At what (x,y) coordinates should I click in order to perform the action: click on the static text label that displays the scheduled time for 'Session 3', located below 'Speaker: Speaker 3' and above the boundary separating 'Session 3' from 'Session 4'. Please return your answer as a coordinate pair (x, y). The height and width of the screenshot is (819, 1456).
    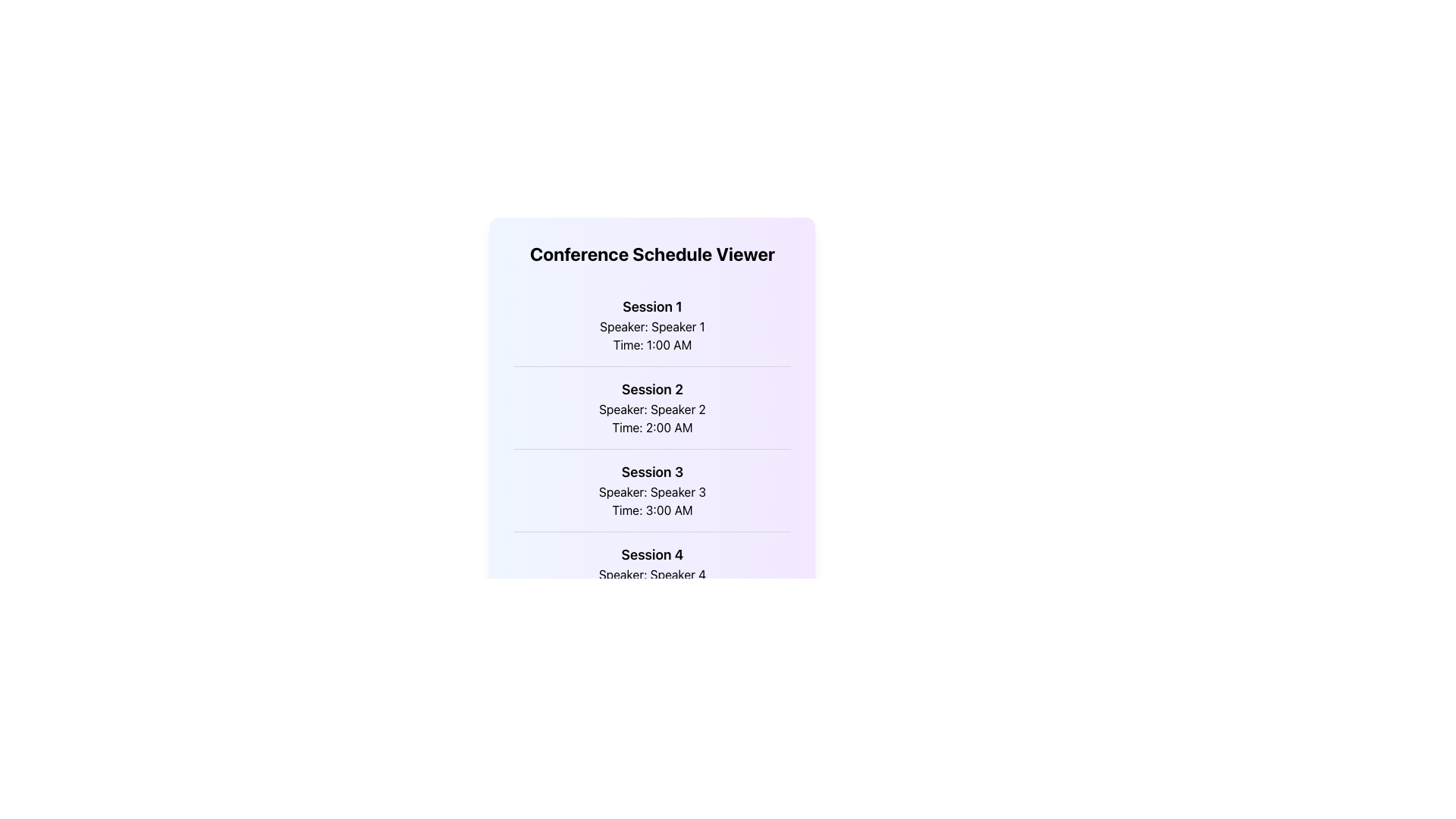
    Looking at the image, I should click on (652, 510).